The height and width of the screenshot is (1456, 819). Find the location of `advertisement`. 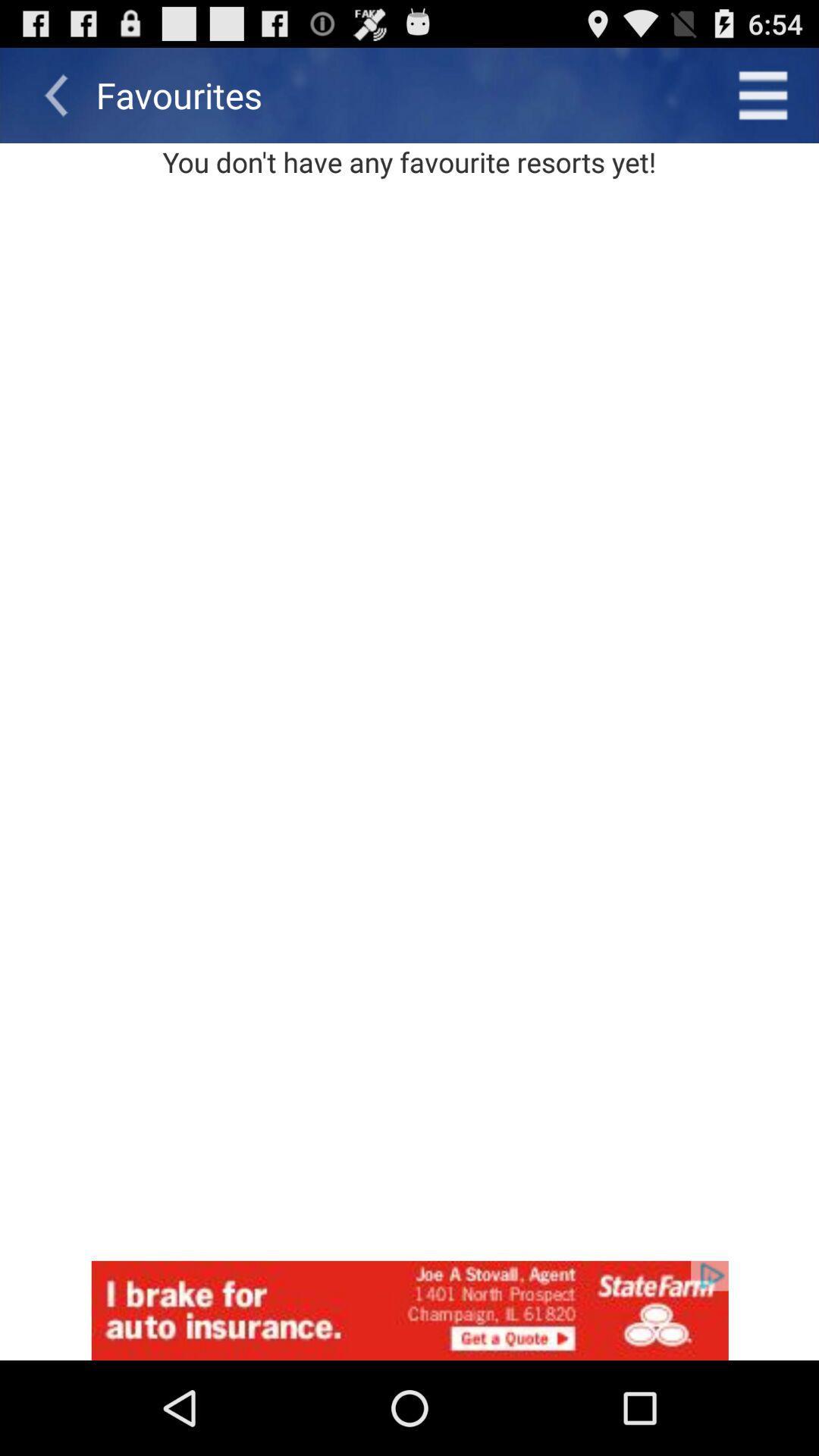

advertisement is located at coordinates (409, 1310).